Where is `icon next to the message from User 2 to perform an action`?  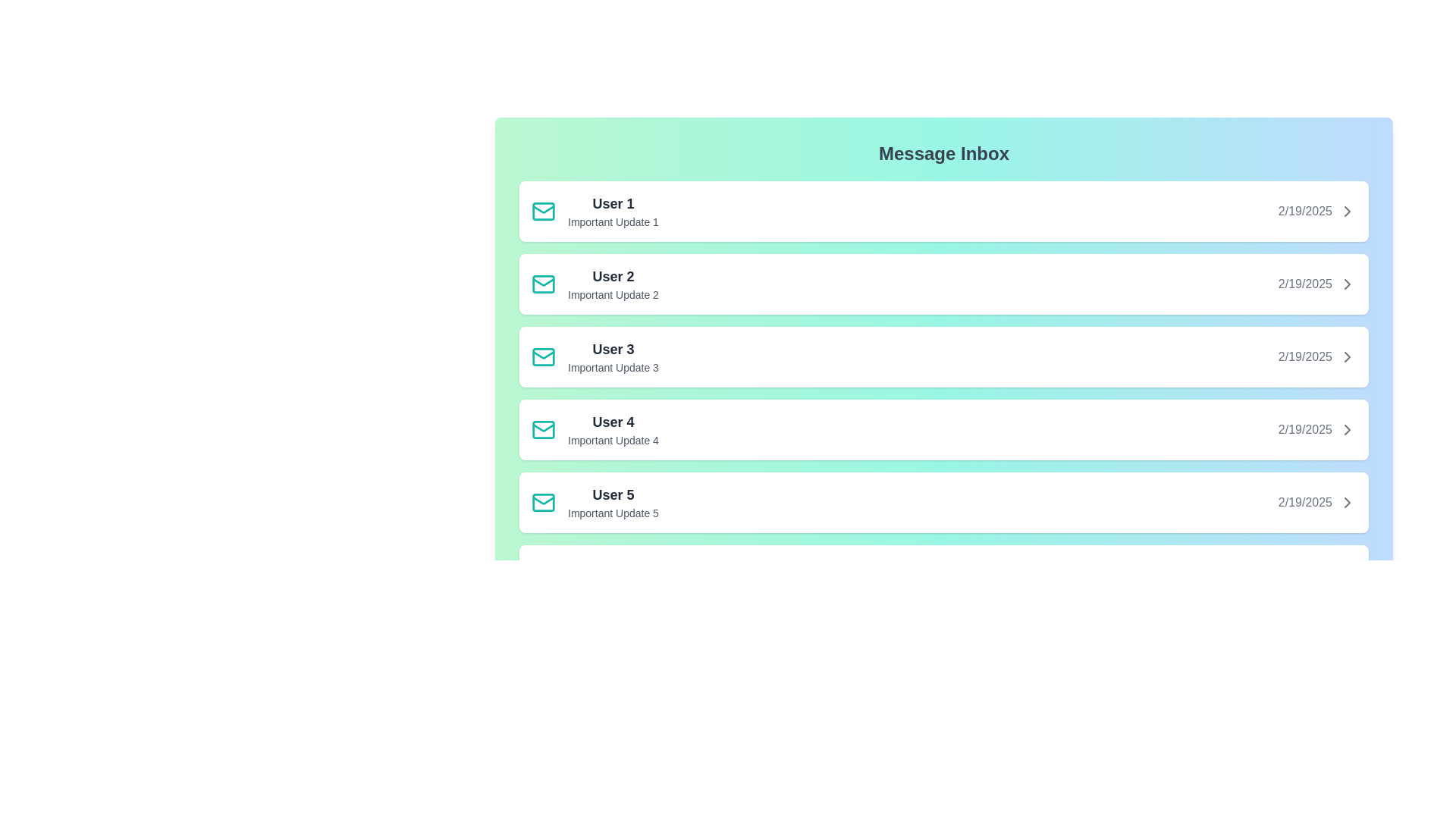
icon next to the message from User 2 to perform an action is located at coordinates (543, 284).